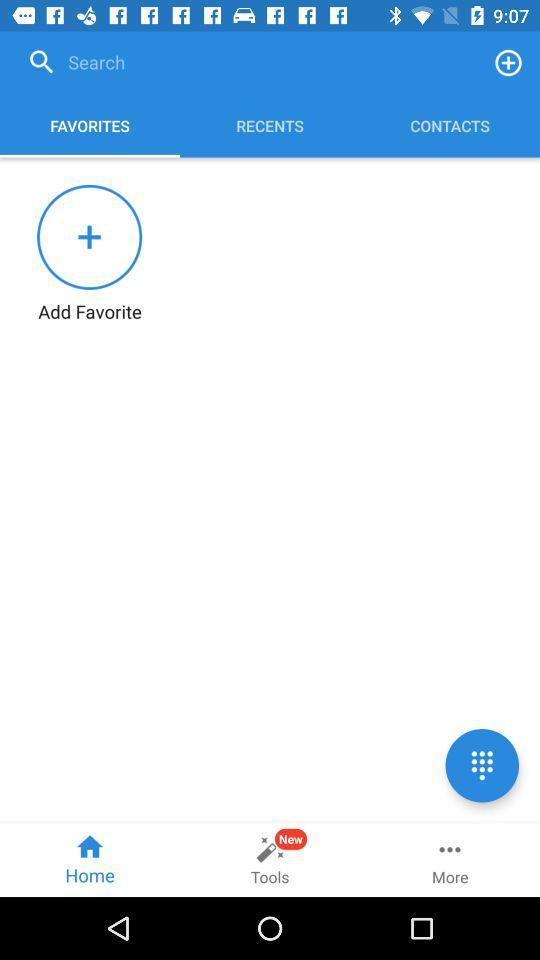 This screenshot has height=960, width=540. I want to click on number pad option, so click(481, 764).